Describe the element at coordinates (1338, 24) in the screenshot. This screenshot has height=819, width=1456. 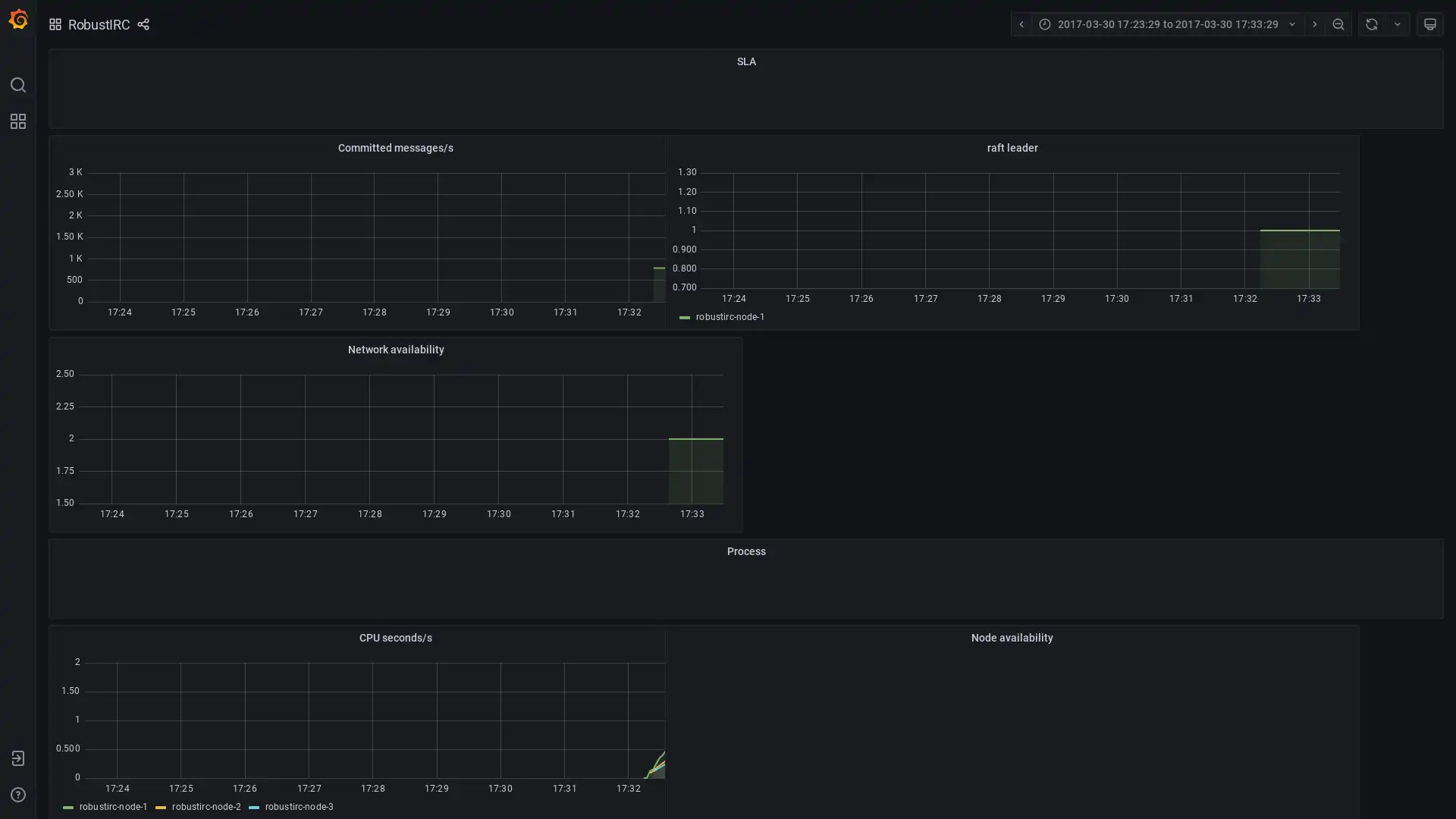
I see `Zoom out time range` at that location.